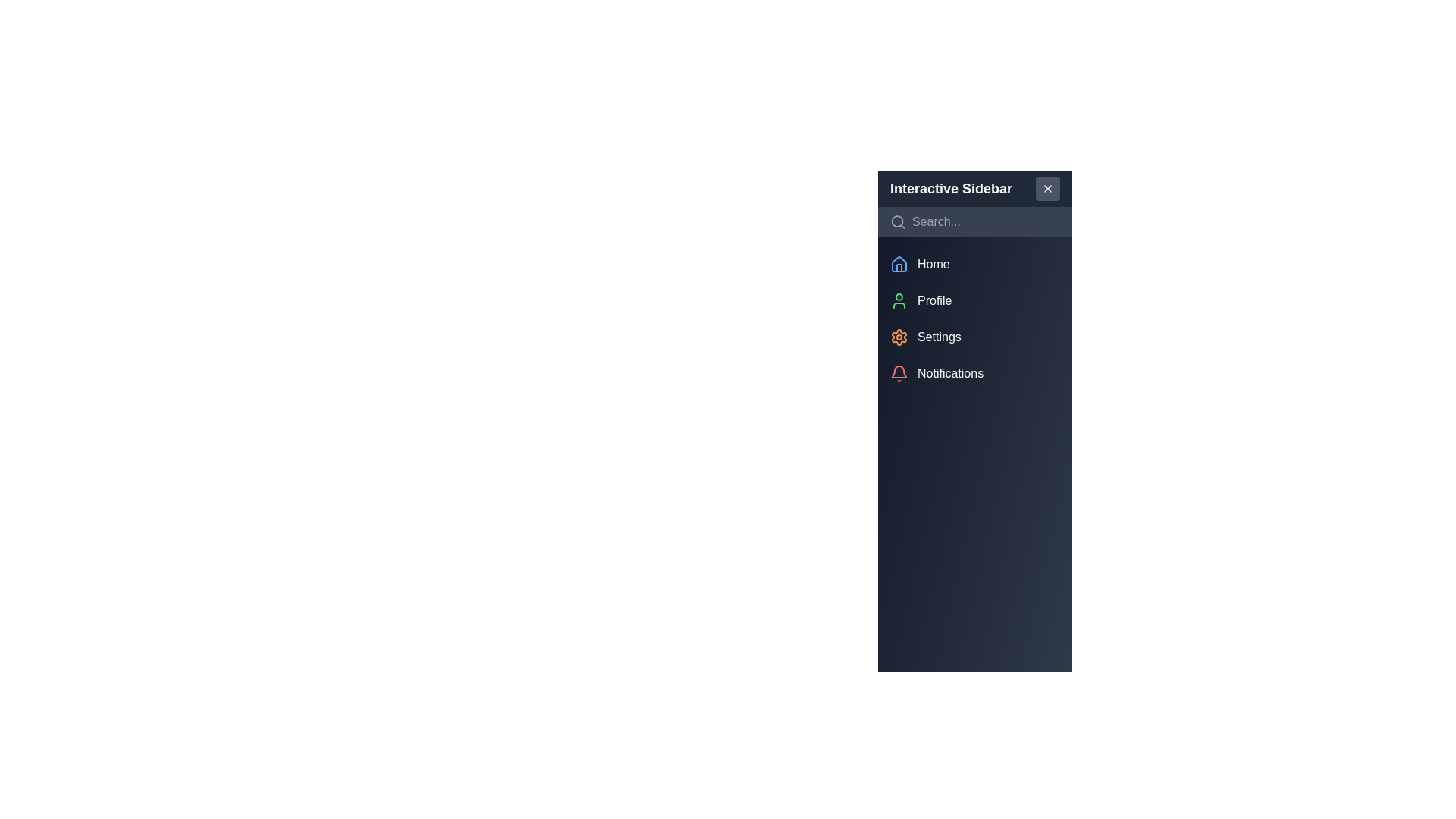 This screenshot has width=1456, height=819. What do you see at coordinates (899, 301) in the screenshot?
I see `the 'Profile' icon located in the sidebar menu, positioned to the left of the 'Profile' text label` at bounding box center [899, 301].